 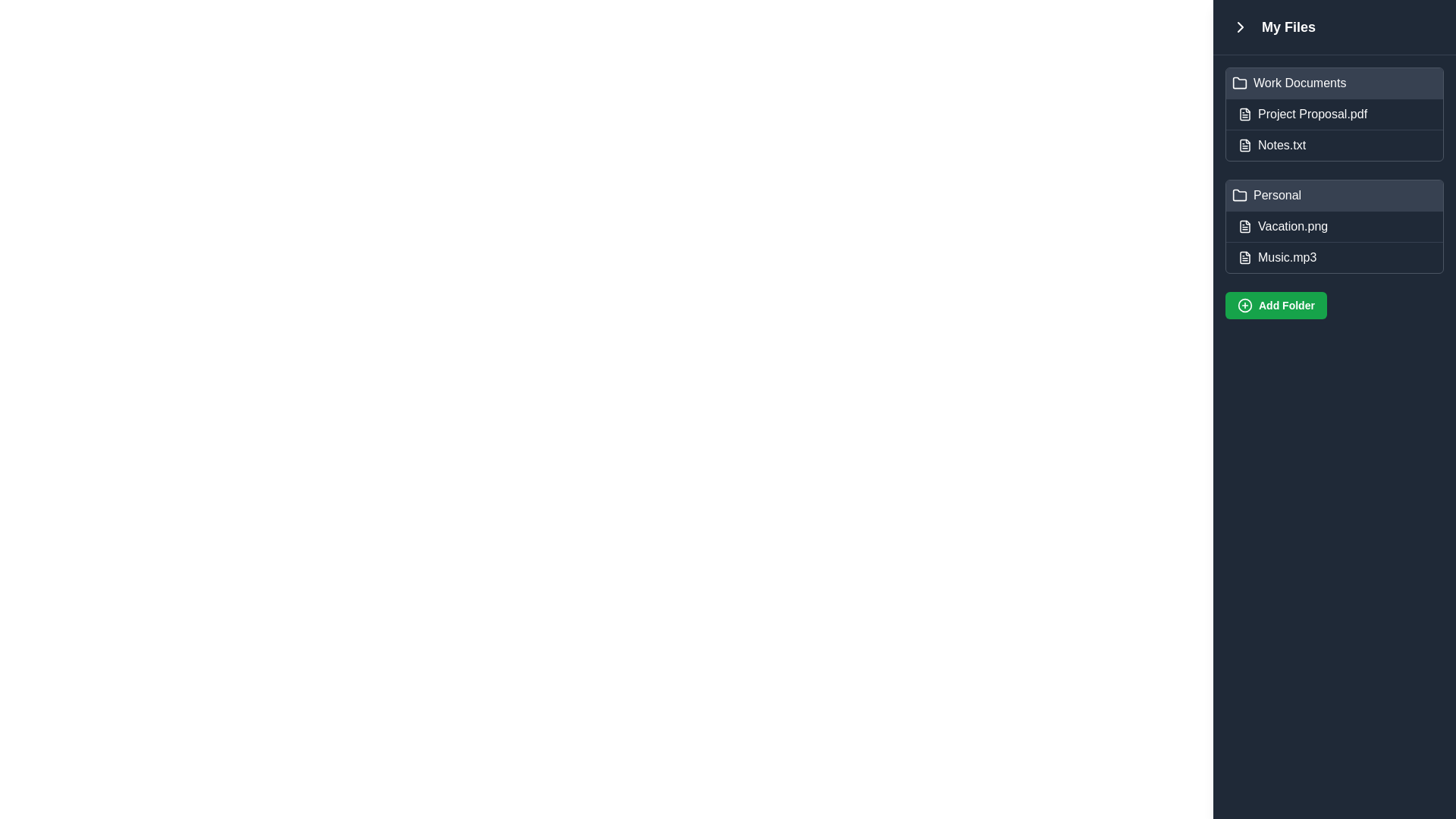 I want to click on the file icon representing 'Vacation.png' located in the 'Personal' folder section of the file explorer interface, so click(x=1244, y=227).